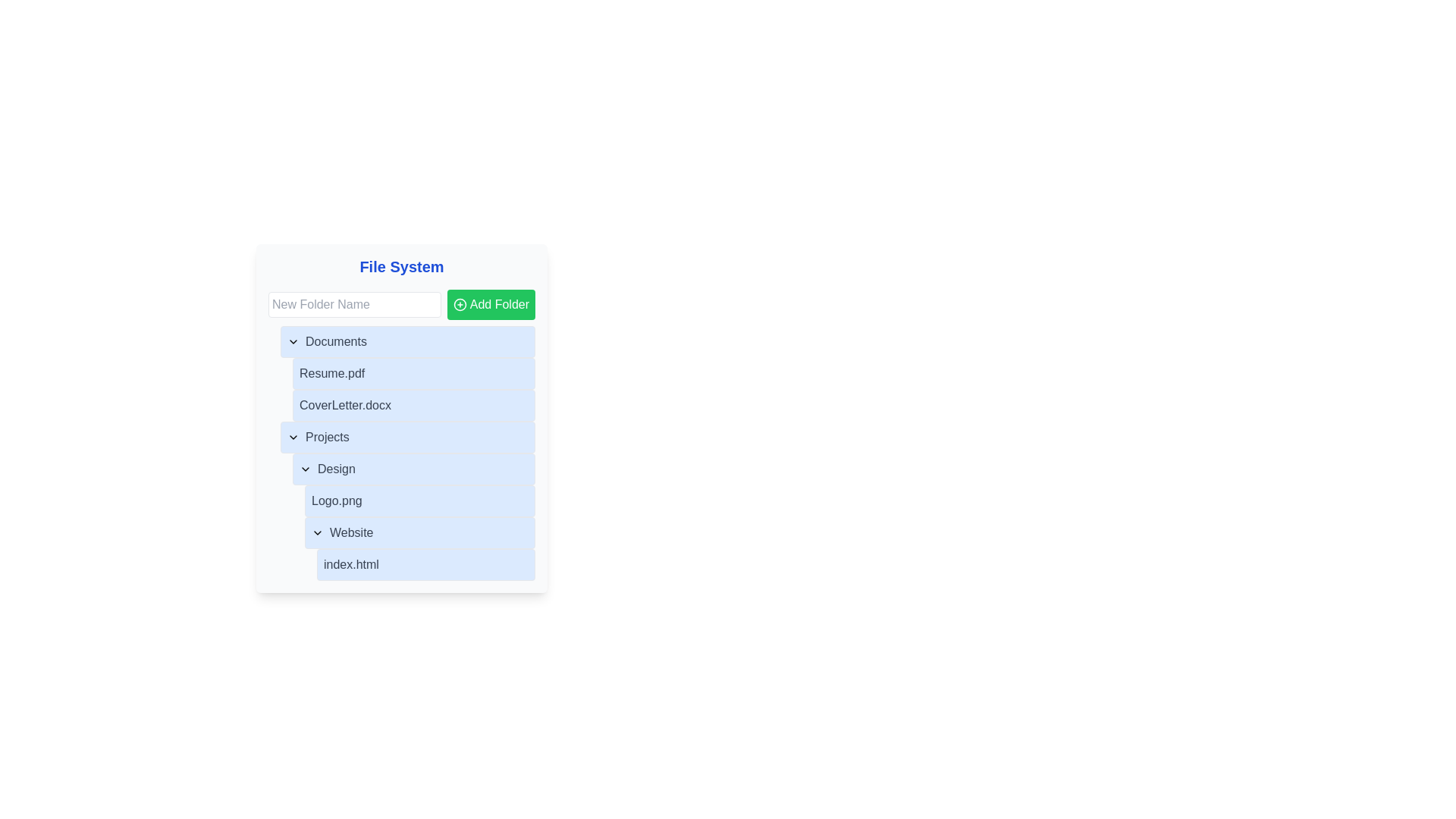  I want to click on the chevron icon next to the 'Documents' label, so click(293, 342).